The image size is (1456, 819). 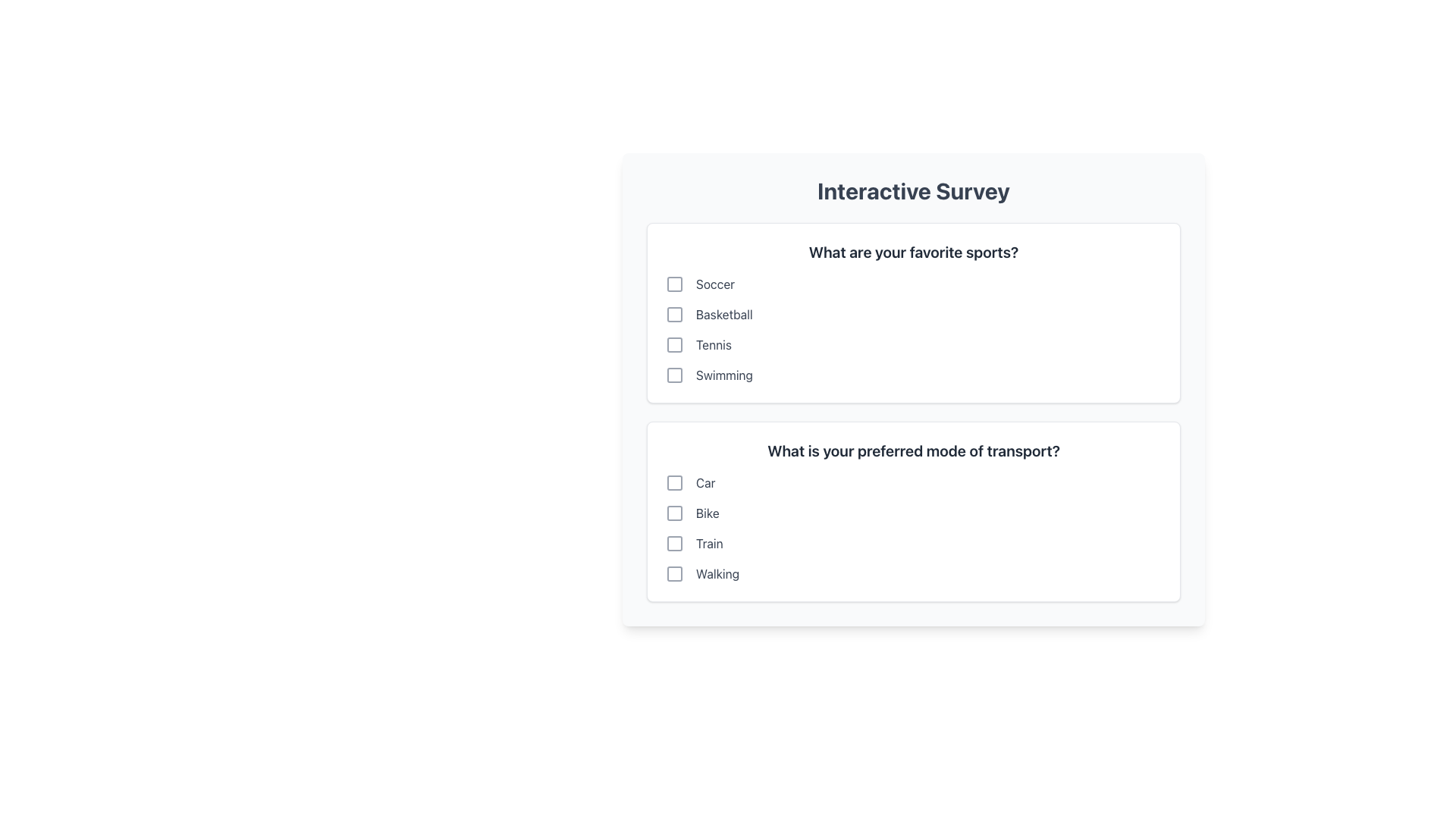 What do you see at coordinates (707, 513) in the screenshot?
I see `the text label displaying 'Bike', which is part of the transport options in the survey form, located between 'Car' and 'Train'` at bounding box center [707, 513].